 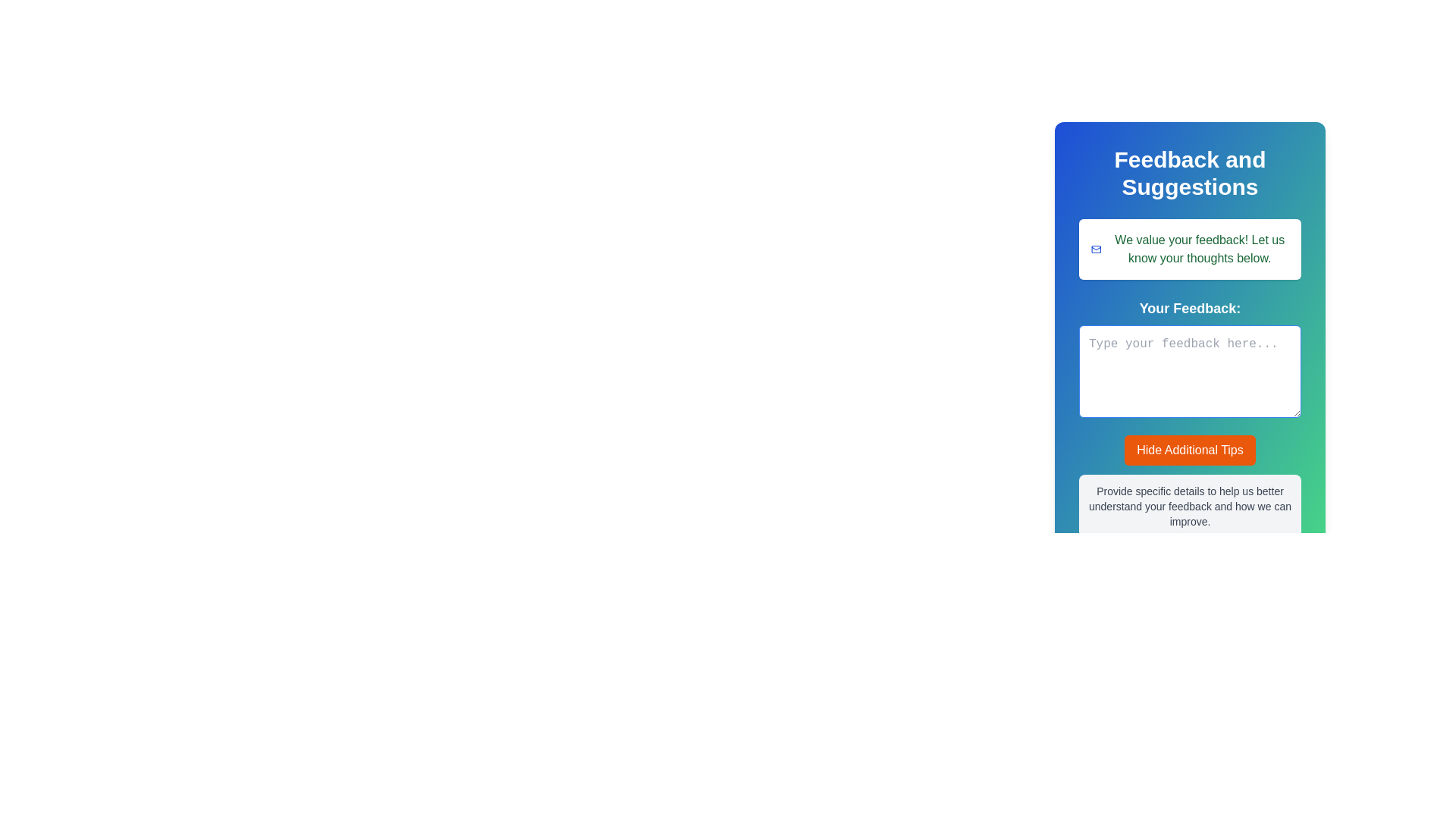 What do you see at coordinates (1189, 506) in the screenshot?
I see `informational text-label element located at the bottom of the feedback section, directly below the 'Hide Additional Tips' button` at bounding box center [1189, 506].